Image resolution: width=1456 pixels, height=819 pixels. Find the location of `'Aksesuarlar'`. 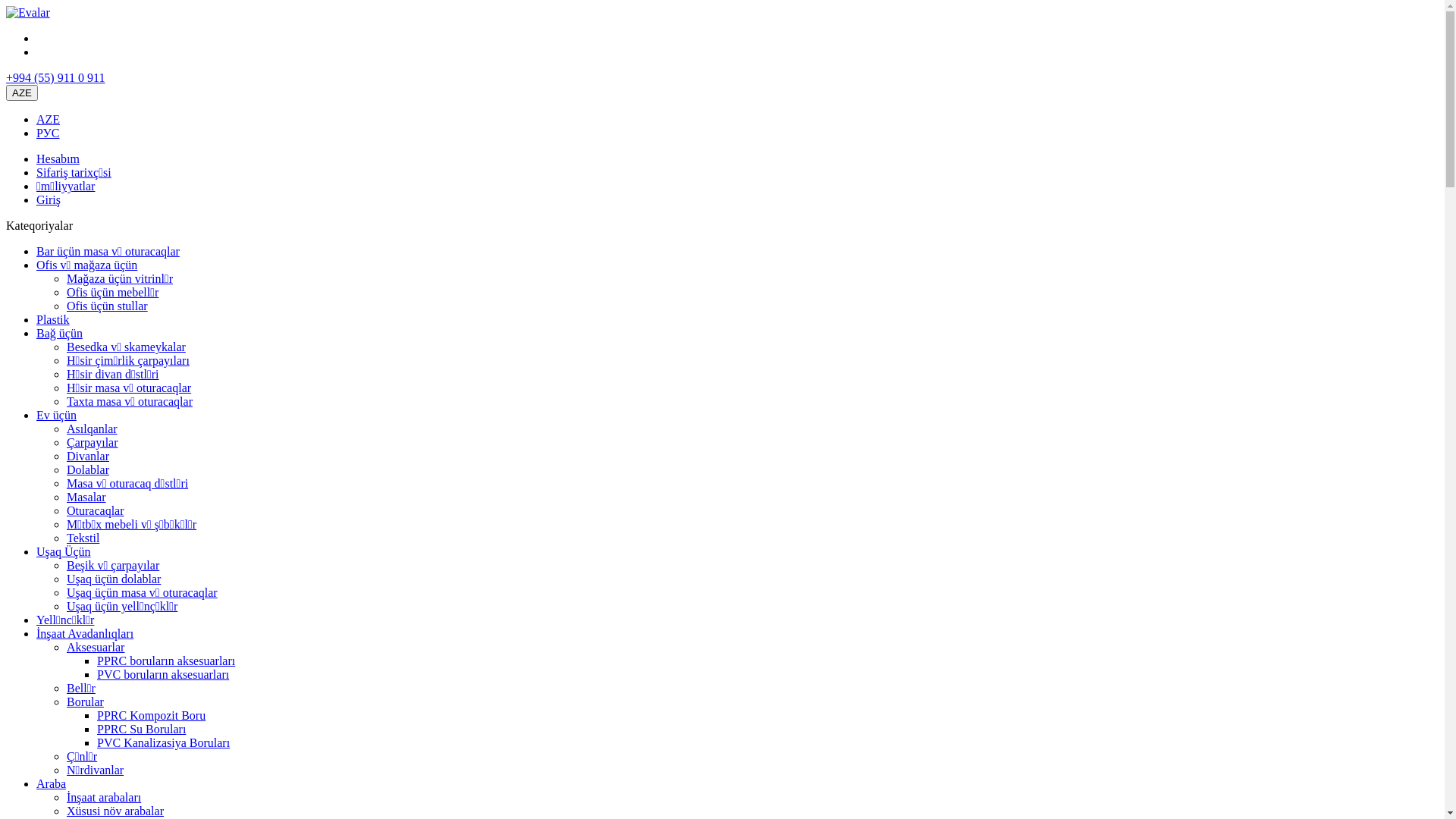

'Aksesuarlar' is located at coordinates (94, 647).